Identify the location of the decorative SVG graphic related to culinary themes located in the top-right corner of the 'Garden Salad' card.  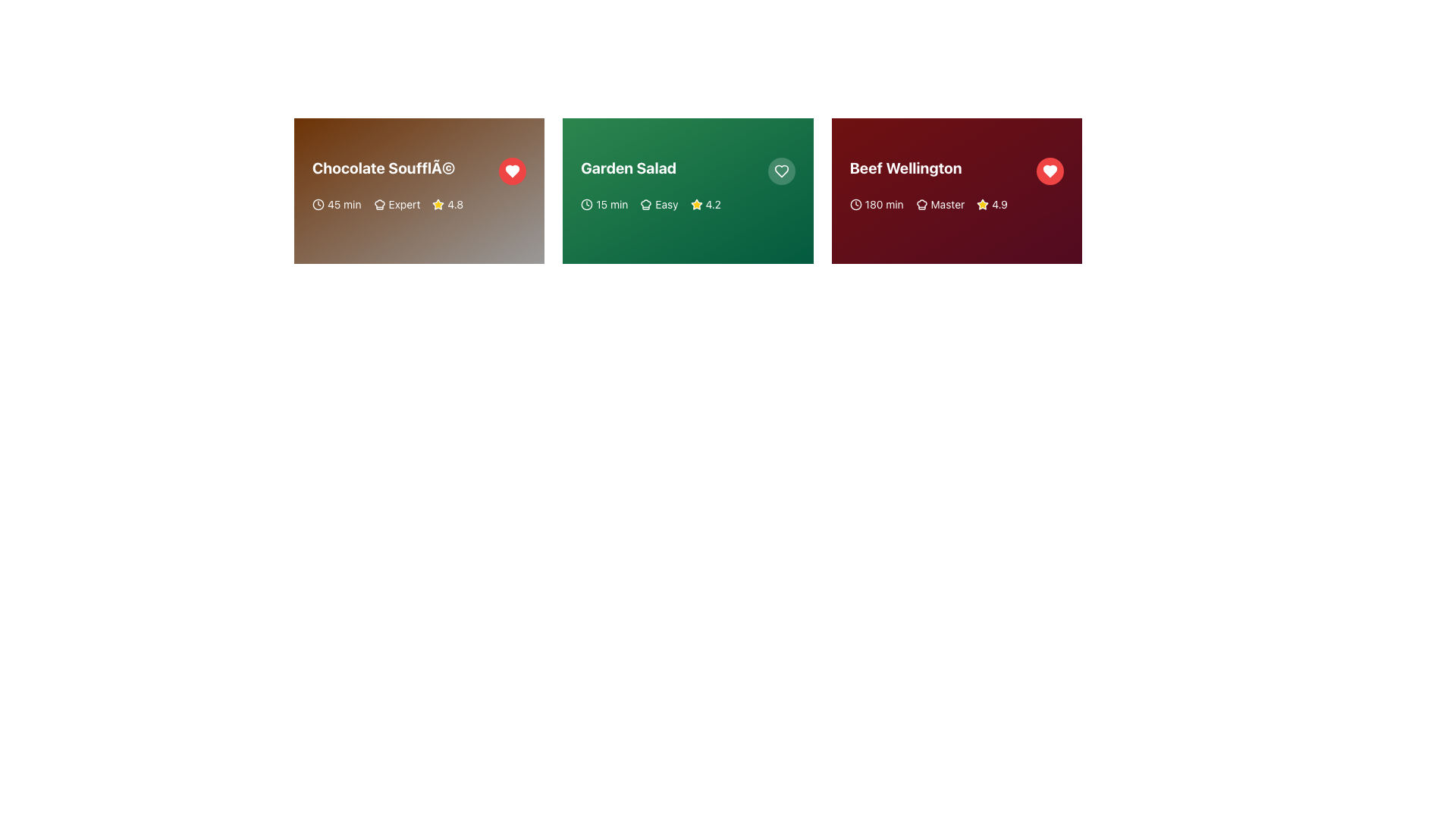
(646, 205).